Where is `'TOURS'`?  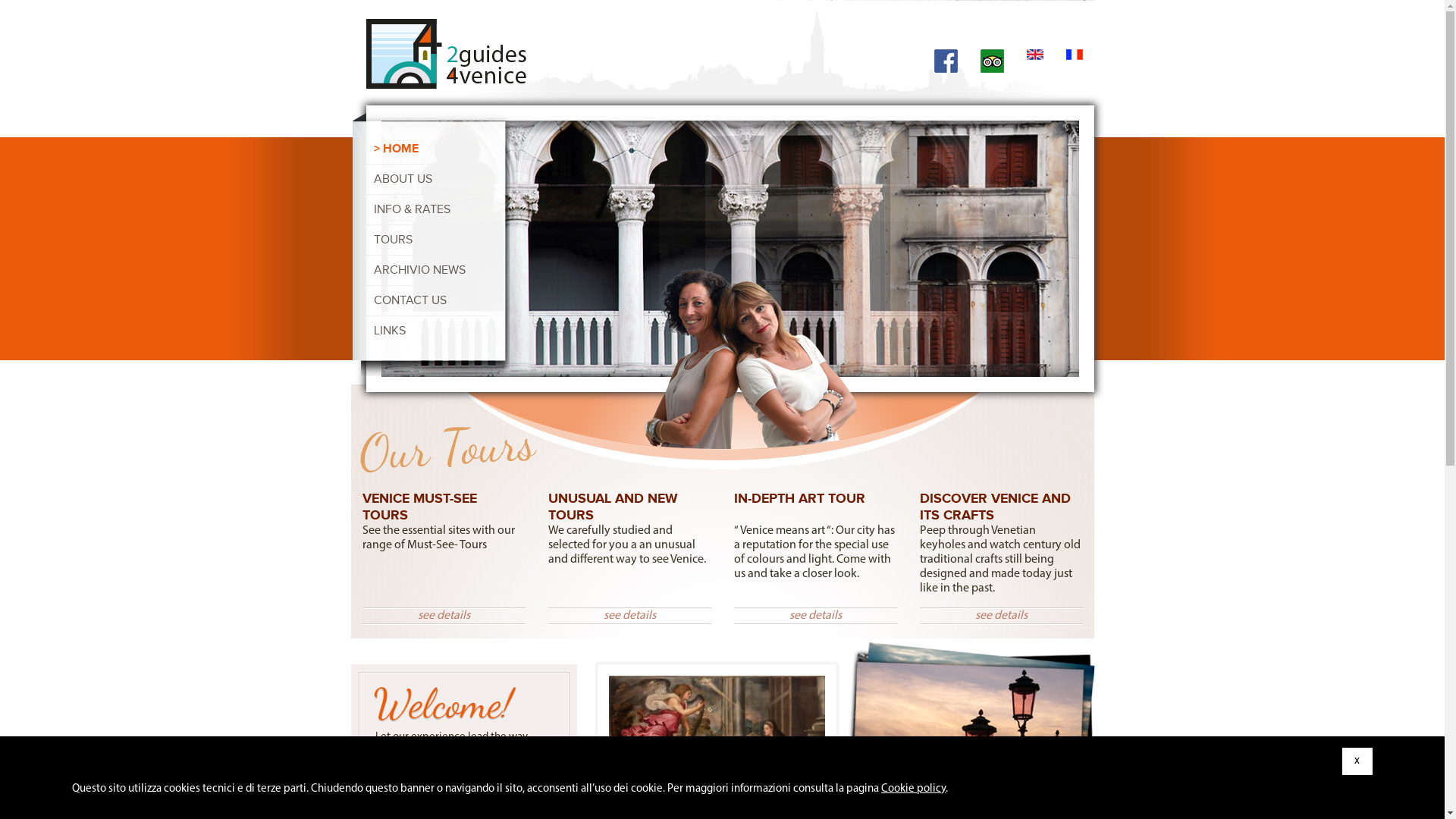 'TOURS' is located at coordinates (392, 239).